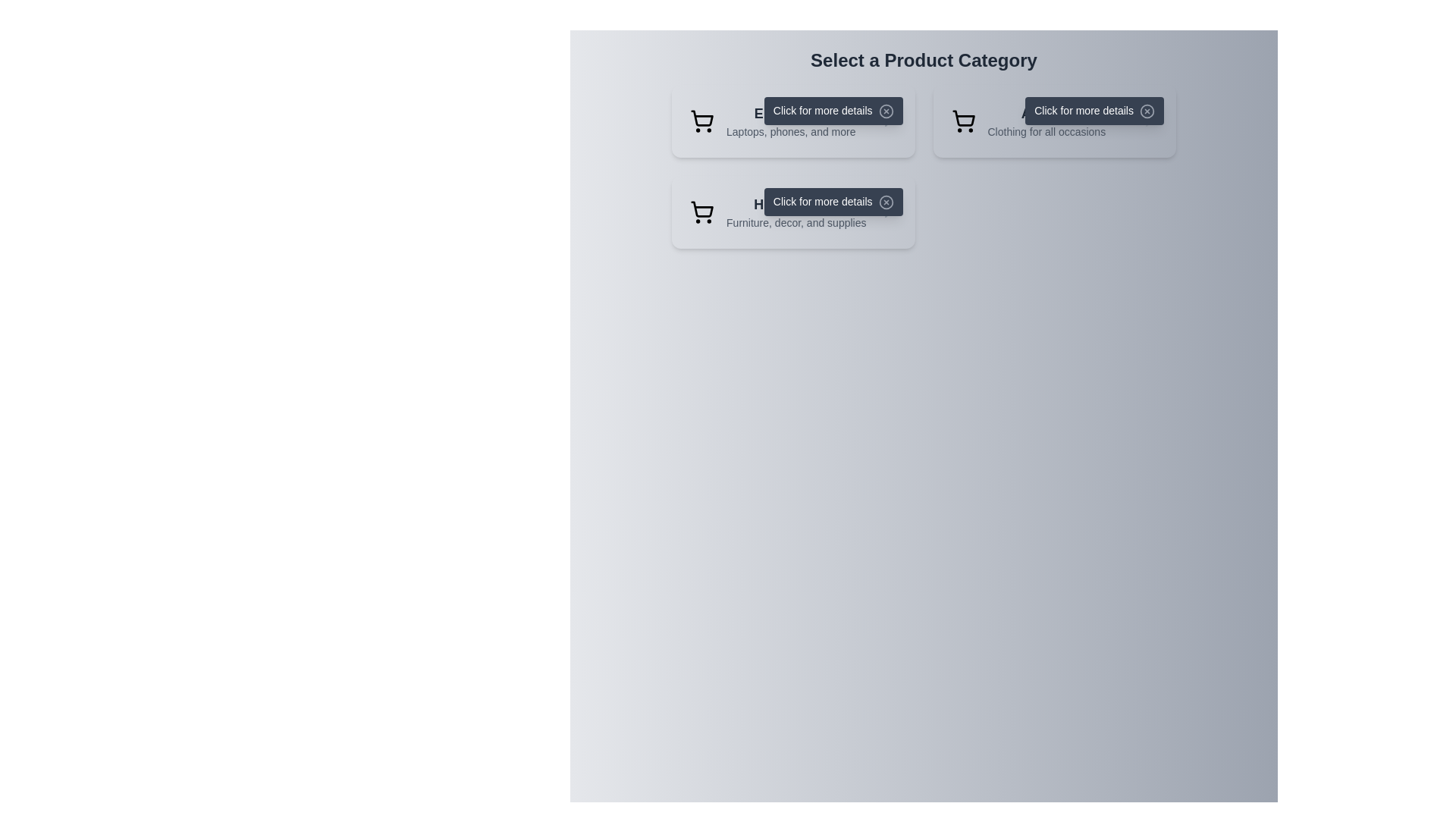 The image size is (1456, 819). I want to click on the chevron-shaped SVG icon located in the top-right corner of the category card, so click(1148, 120).